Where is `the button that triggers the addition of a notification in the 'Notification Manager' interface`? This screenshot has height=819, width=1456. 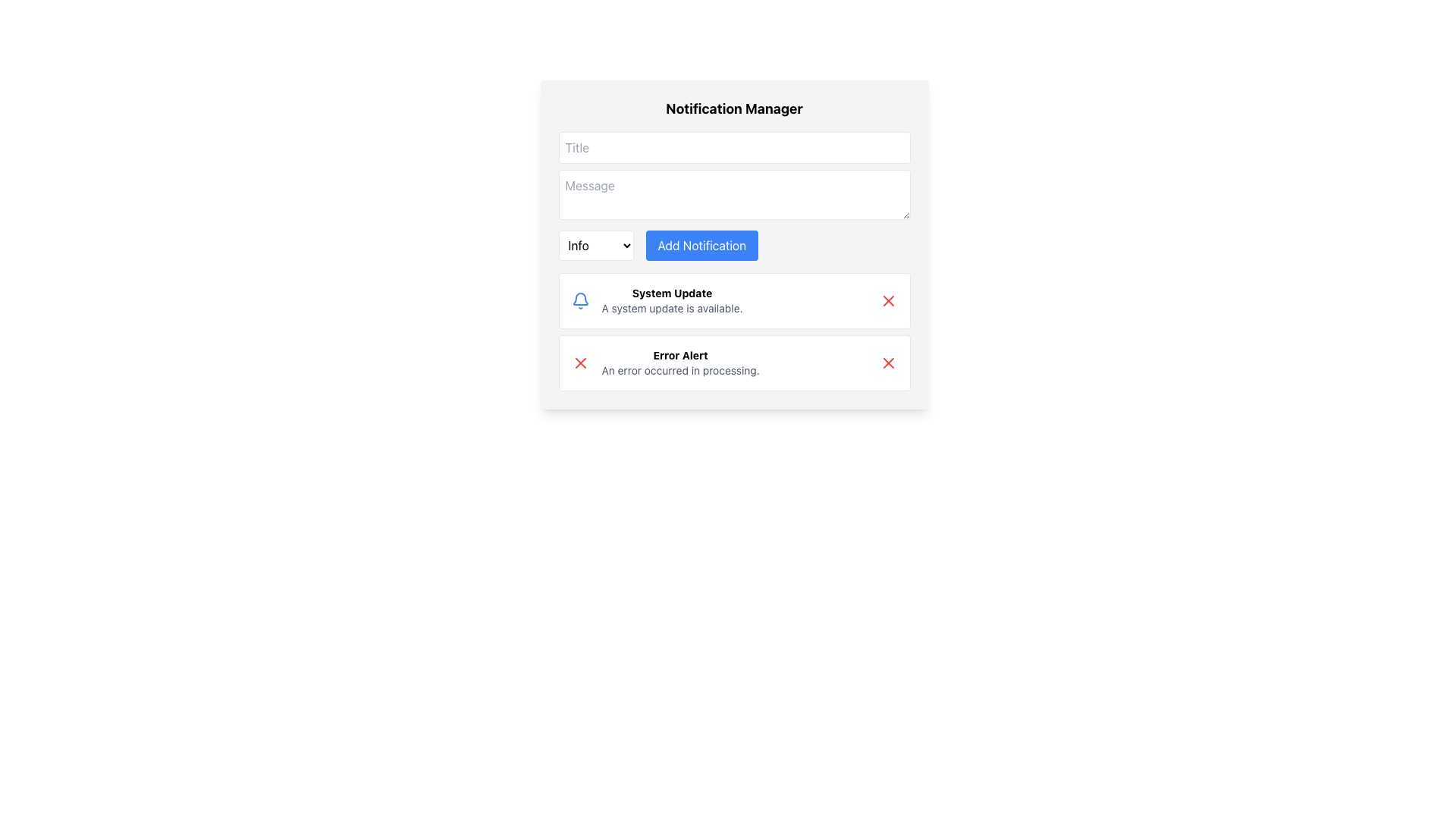
the button that triggers the addition of a notification in the 'Notification Manager' interface is located at coordinates (734, 244).